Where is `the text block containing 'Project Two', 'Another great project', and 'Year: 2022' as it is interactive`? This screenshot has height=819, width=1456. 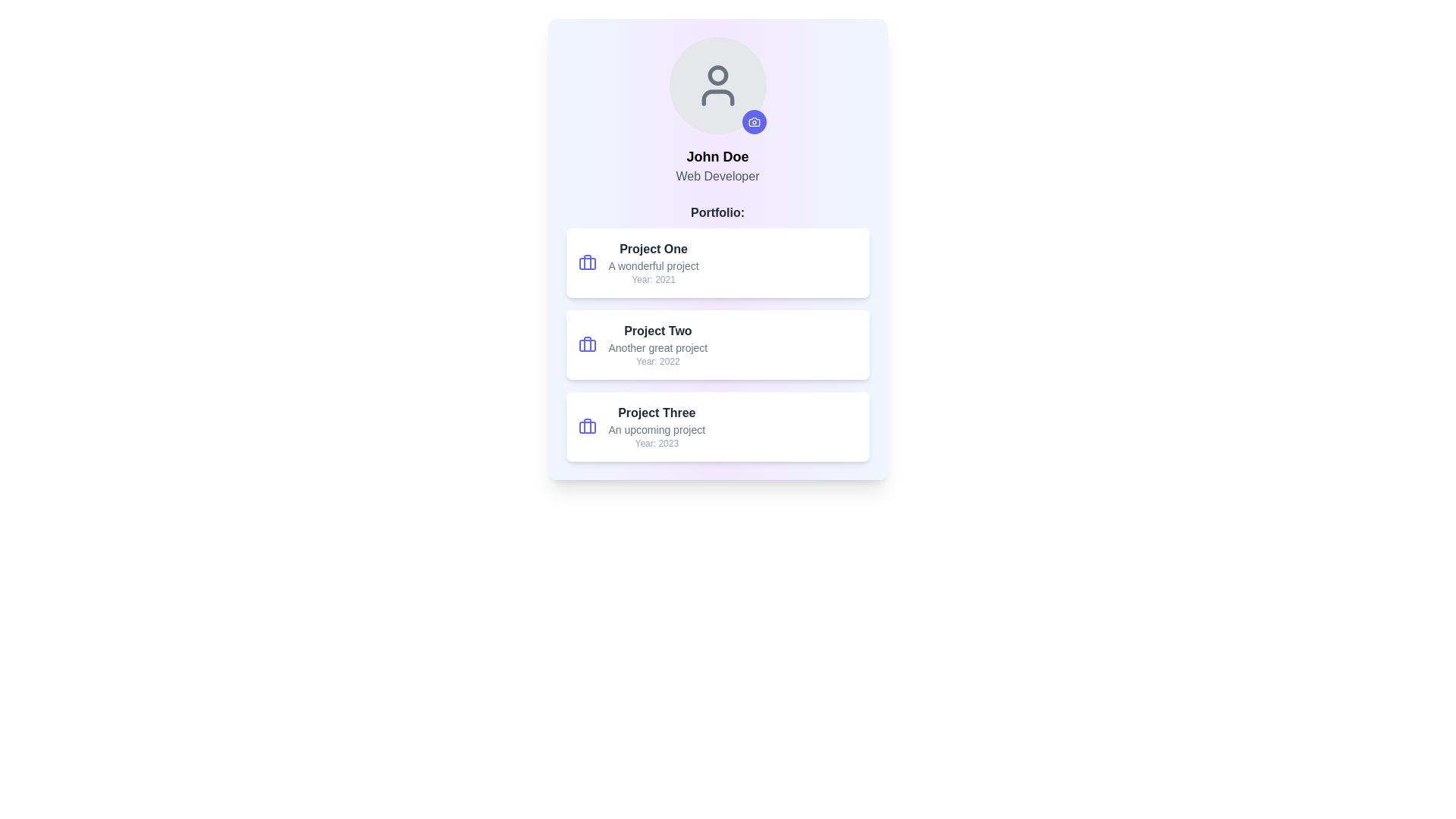
the text block containing 'Project Two', 'Another great project', and 'Year: 2022' as it is interactive is located at coordinates (657, 345).